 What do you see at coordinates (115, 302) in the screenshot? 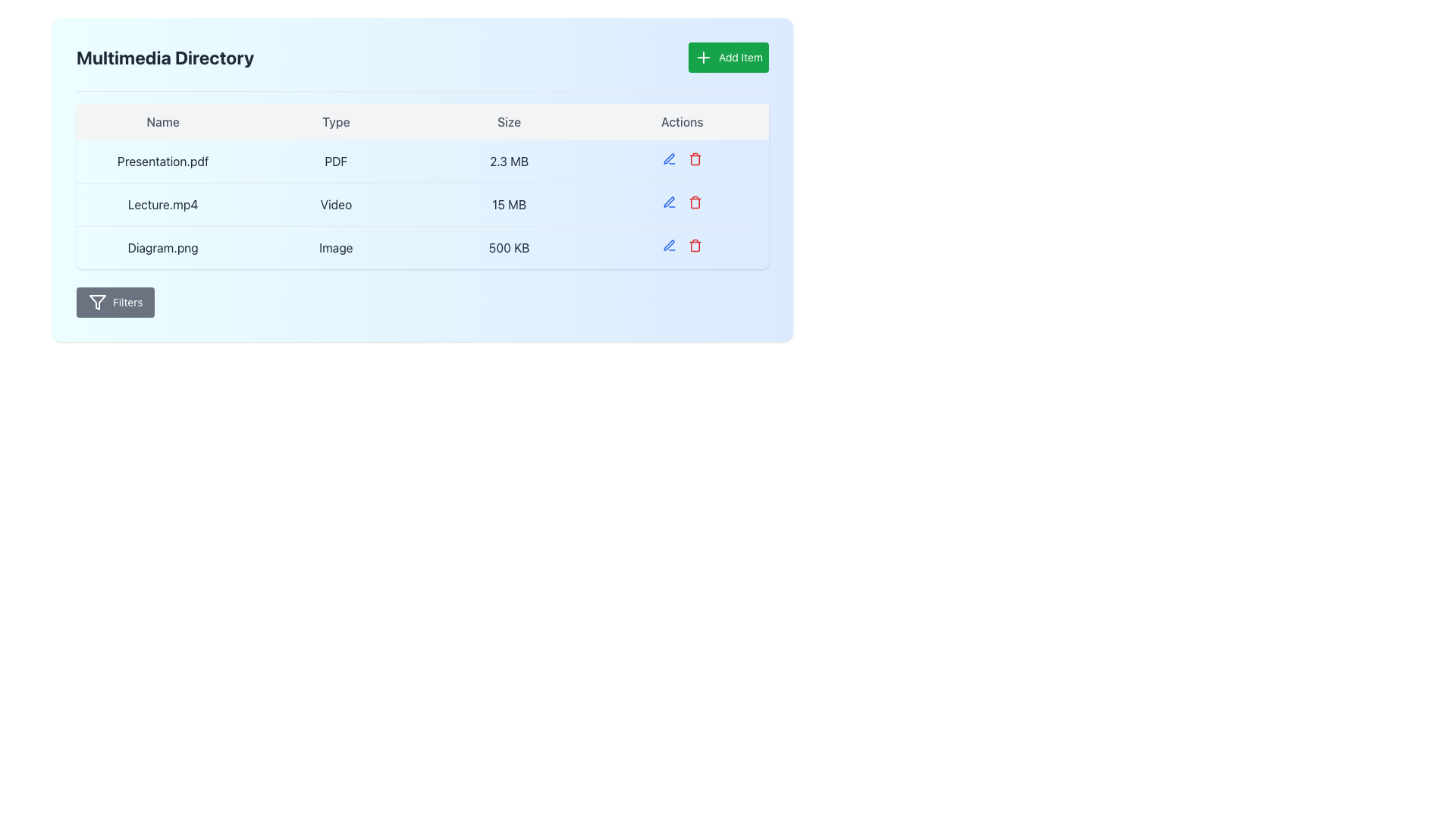
I see `the 'Filters' button, which is a rectangular button with rounded corners and an icon resembling a filter funnel` at bounding box center [115, 302].